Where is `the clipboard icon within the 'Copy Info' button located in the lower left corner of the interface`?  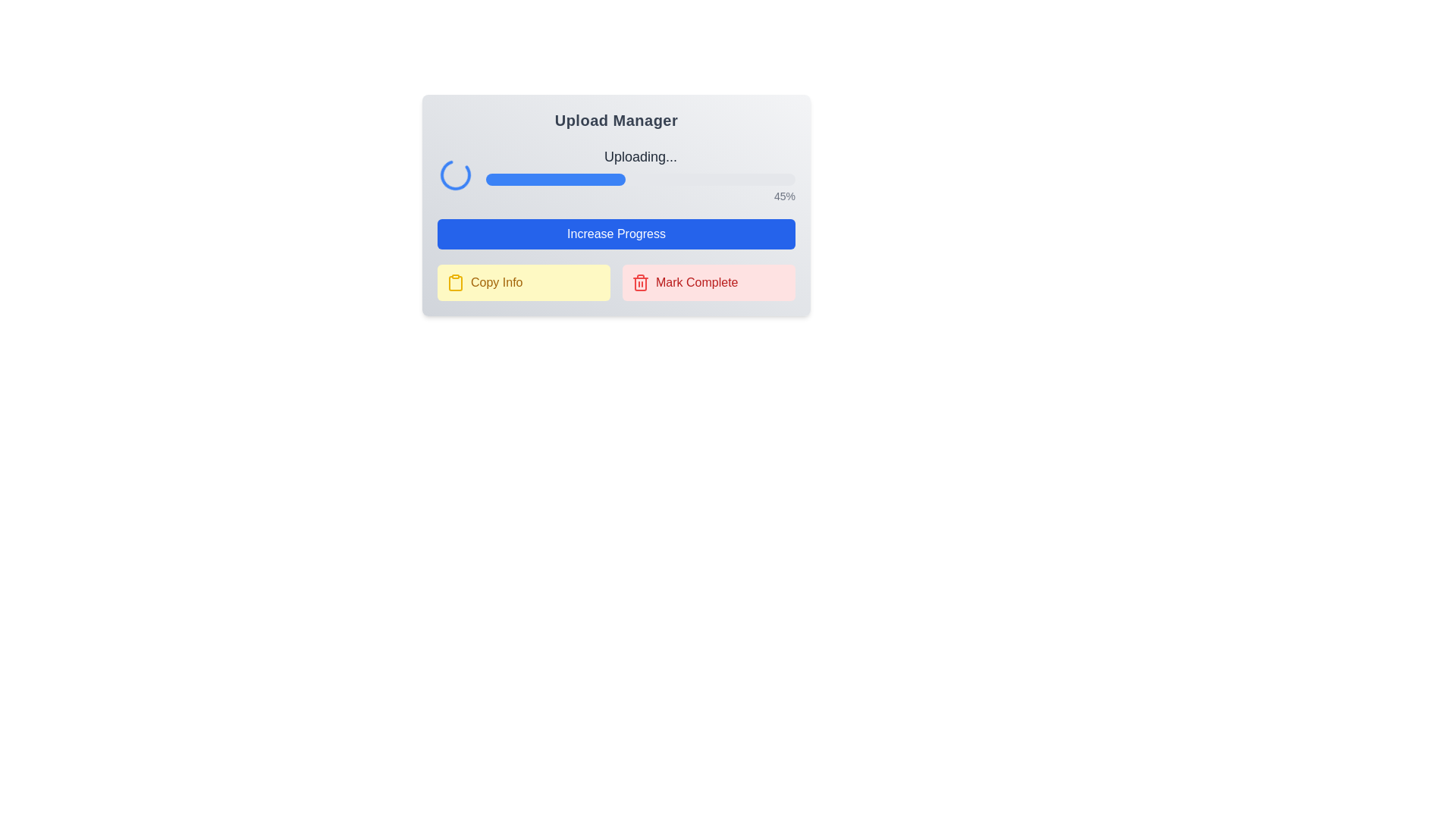
the clipboard icon within the 'Copy Info' button located in the lower left corner of the interface is located at coordinates (454, 283).